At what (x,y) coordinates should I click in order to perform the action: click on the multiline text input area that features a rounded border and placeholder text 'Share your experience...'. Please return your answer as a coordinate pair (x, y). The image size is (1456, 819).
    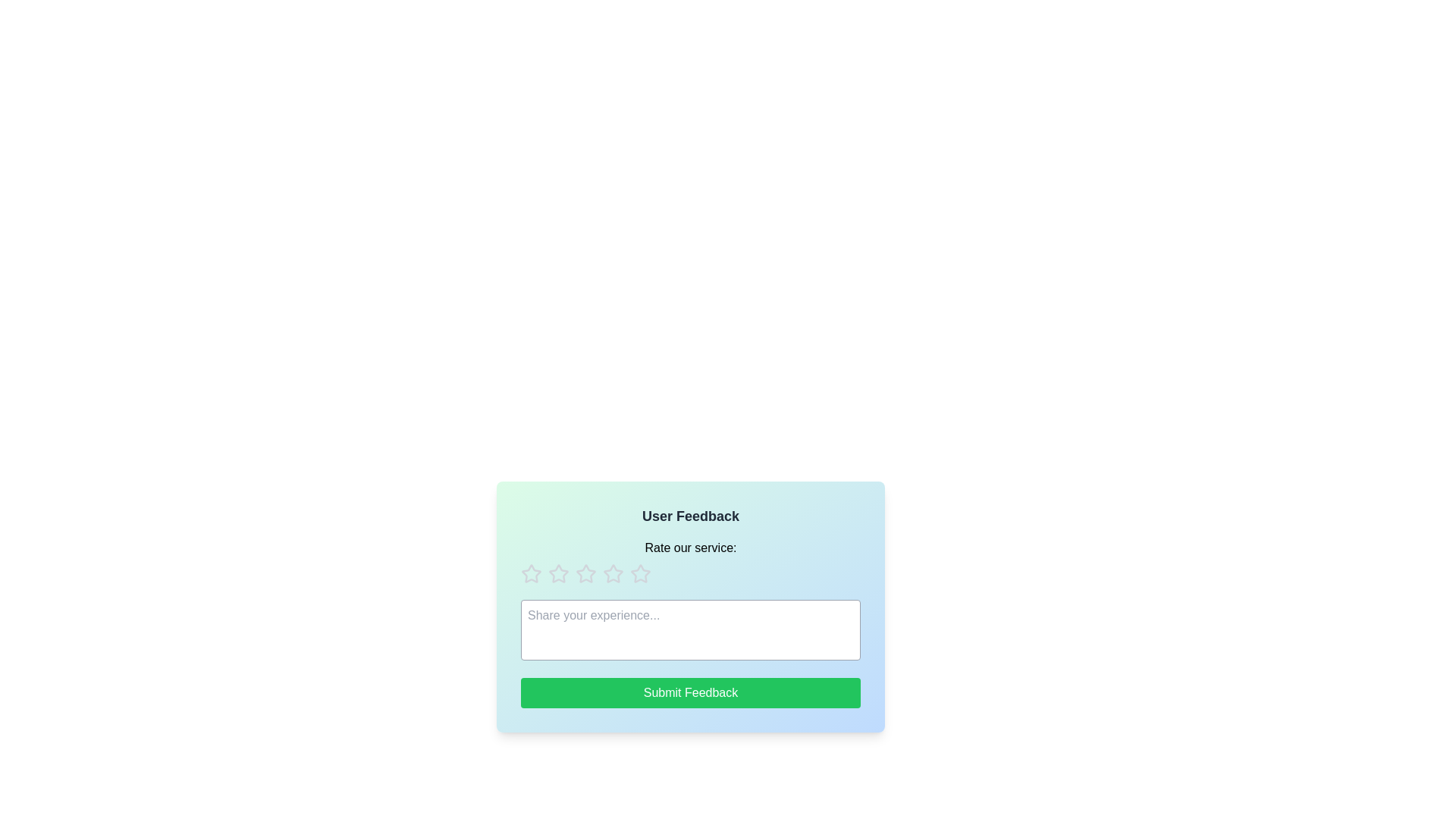
    Looking at the image, I should click on (690, 629).